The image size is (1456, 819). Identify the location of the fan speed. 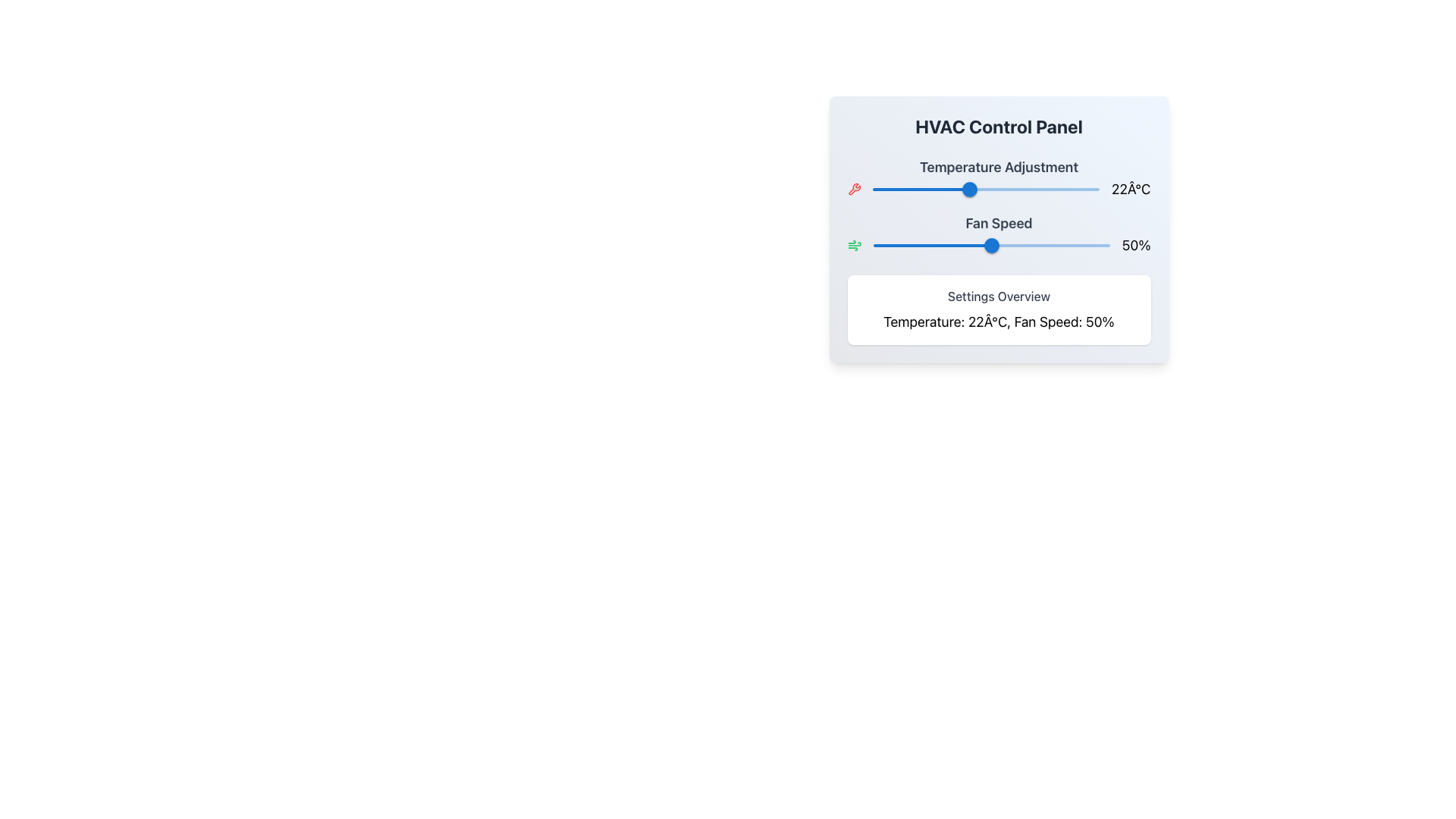
(1087, 245).